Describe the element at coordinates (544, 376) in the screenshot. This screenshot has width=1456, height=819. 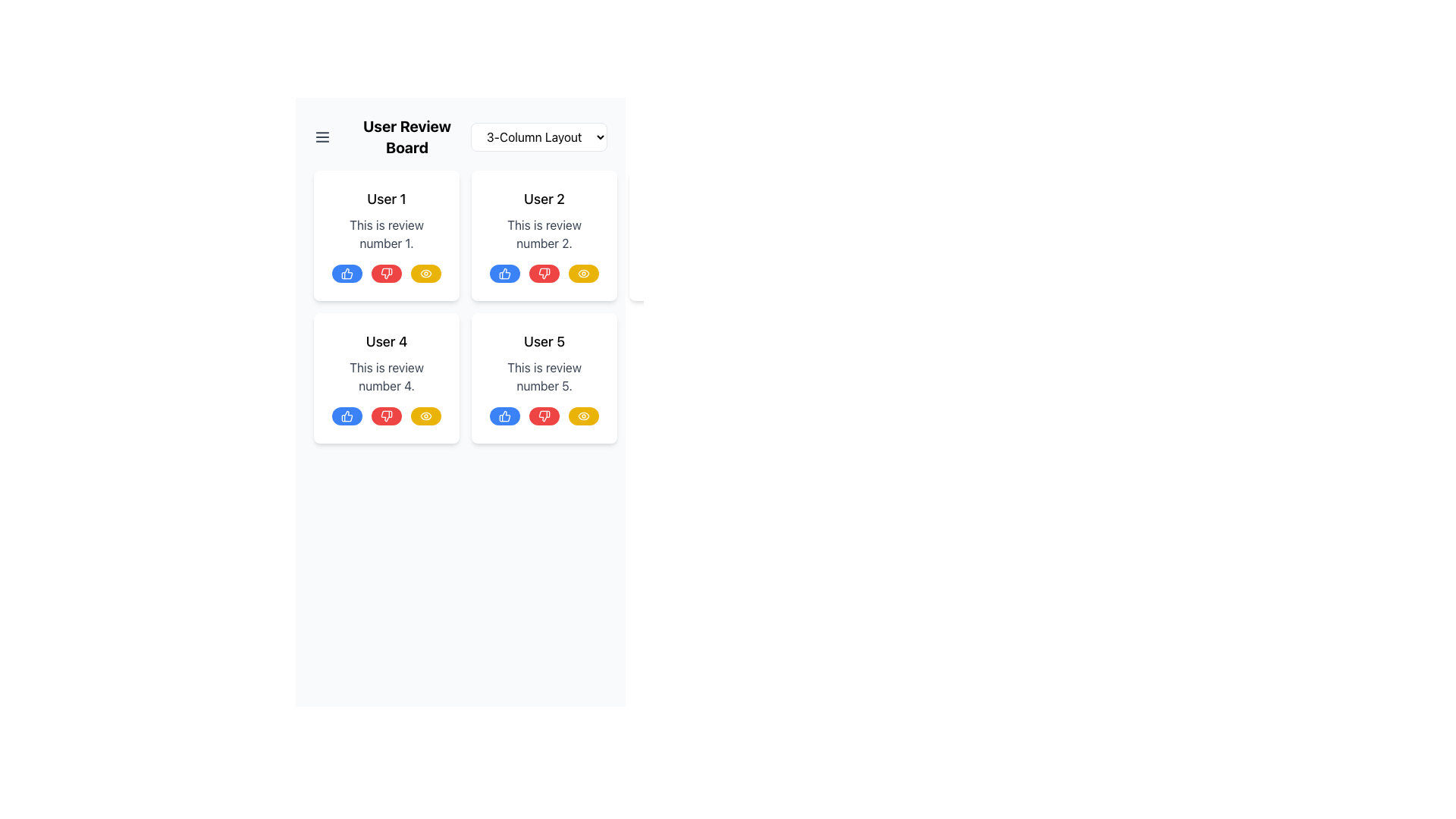
I see `the static text element displaying 'This is review number 5.' located below the title 'User 5' in the review card grid layout` at that location.